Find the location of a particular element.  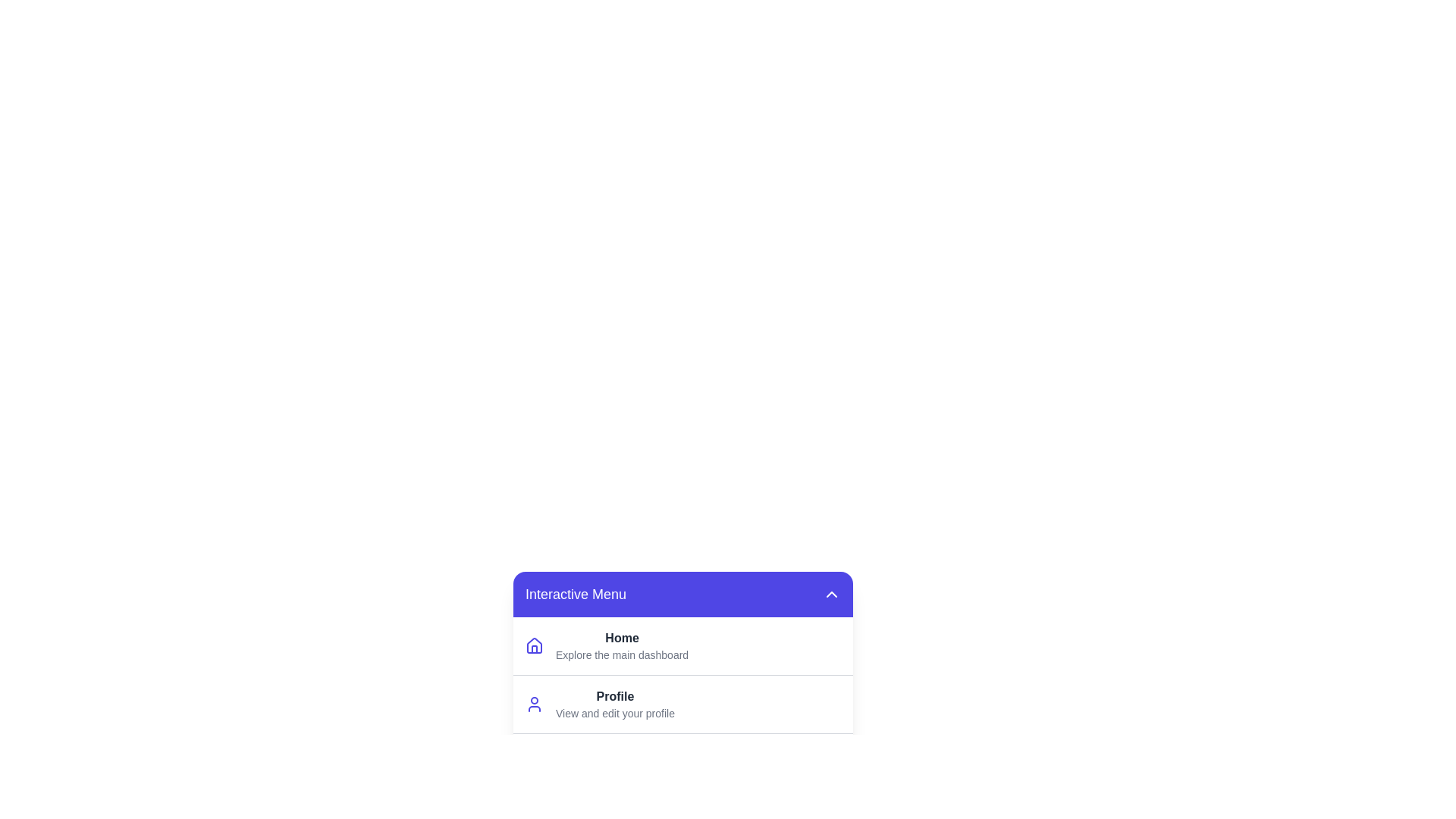

the menu item Home to view its details is located at coordinates (622, 638).